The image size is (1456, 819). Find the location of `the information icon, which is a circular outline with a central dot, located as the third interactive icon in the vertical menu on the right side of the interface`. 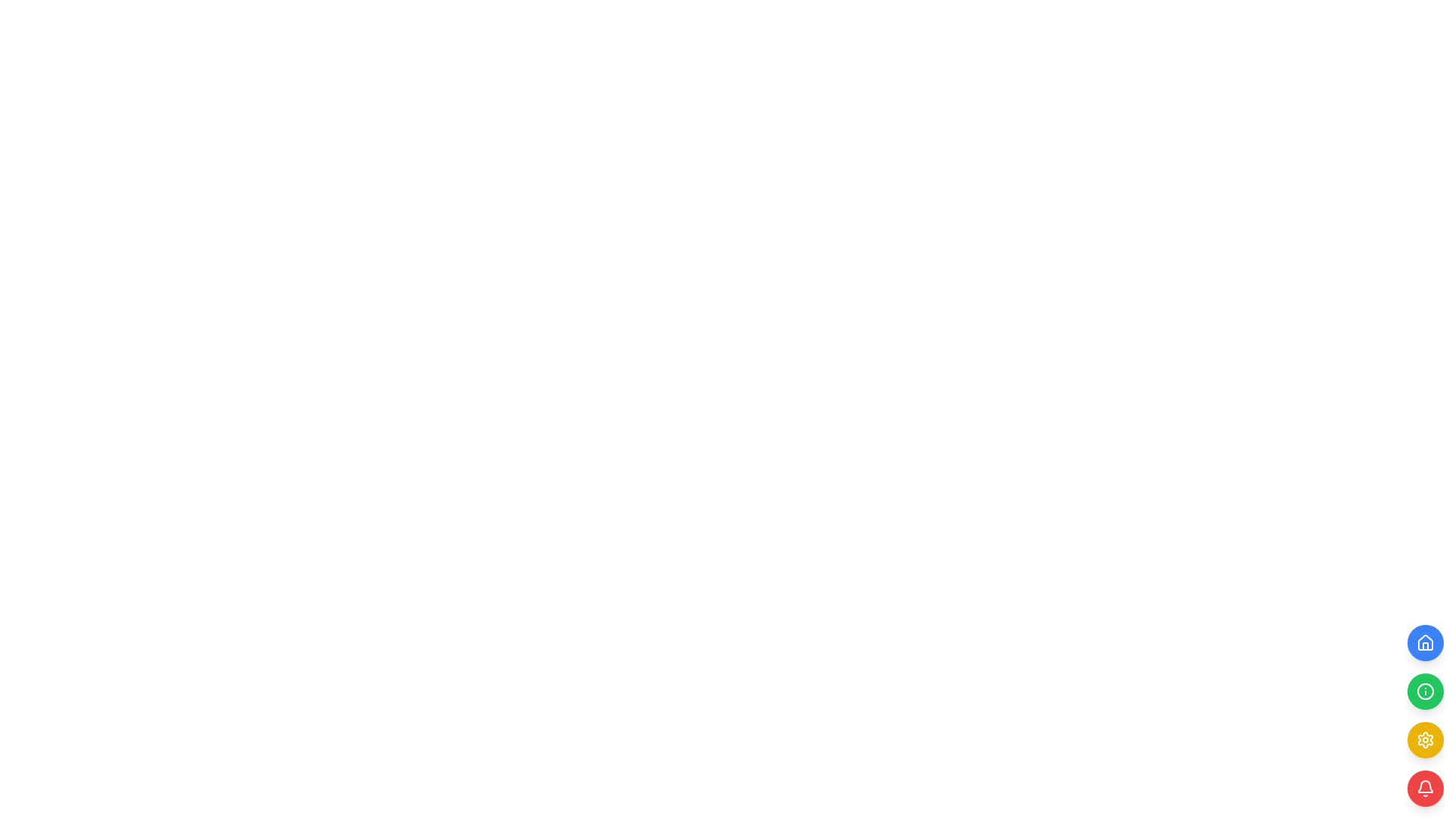

the information icon, which is a circular outline with a central dot, located as the third interactive icon in the vertical menu on the right side of the interface is located at coordinates (1425, 691).